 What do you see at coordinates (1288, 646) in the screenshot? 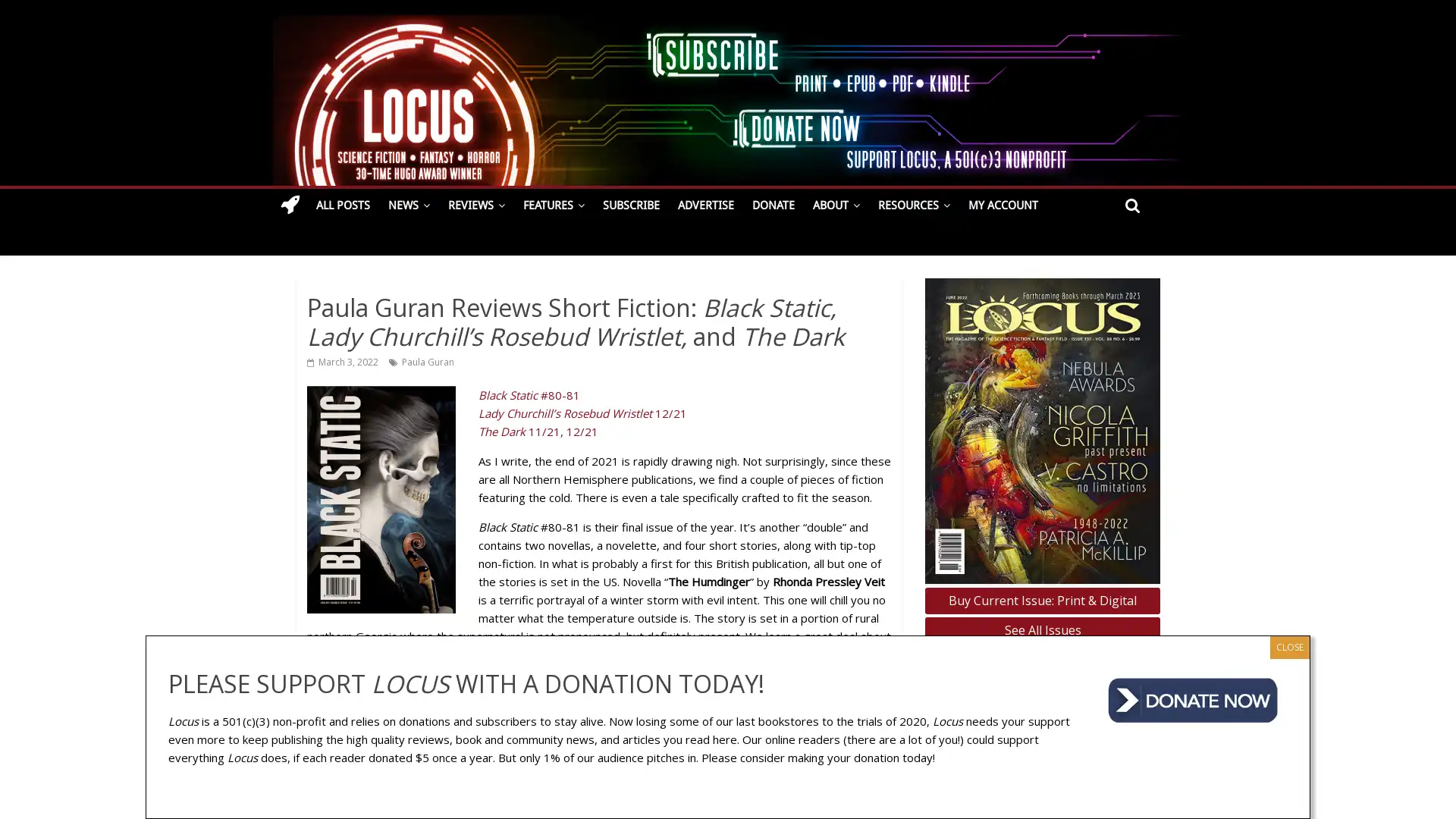
I see `Close` at bounding box center [1288, 646].